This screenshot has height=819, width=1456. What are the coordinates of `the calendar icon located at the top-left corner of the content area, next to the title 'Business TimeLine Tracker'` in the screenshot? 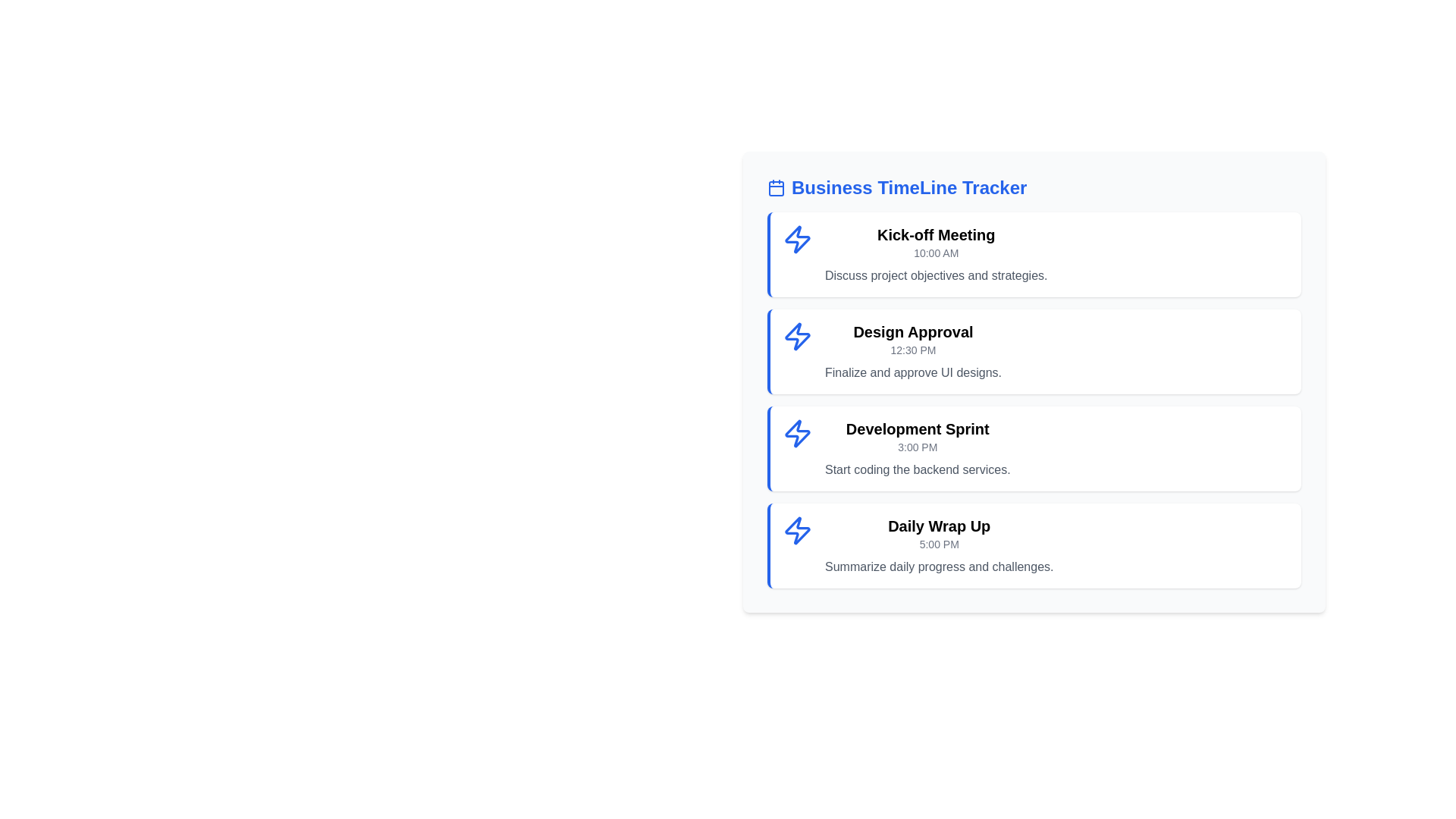 It's located at (776, 187).